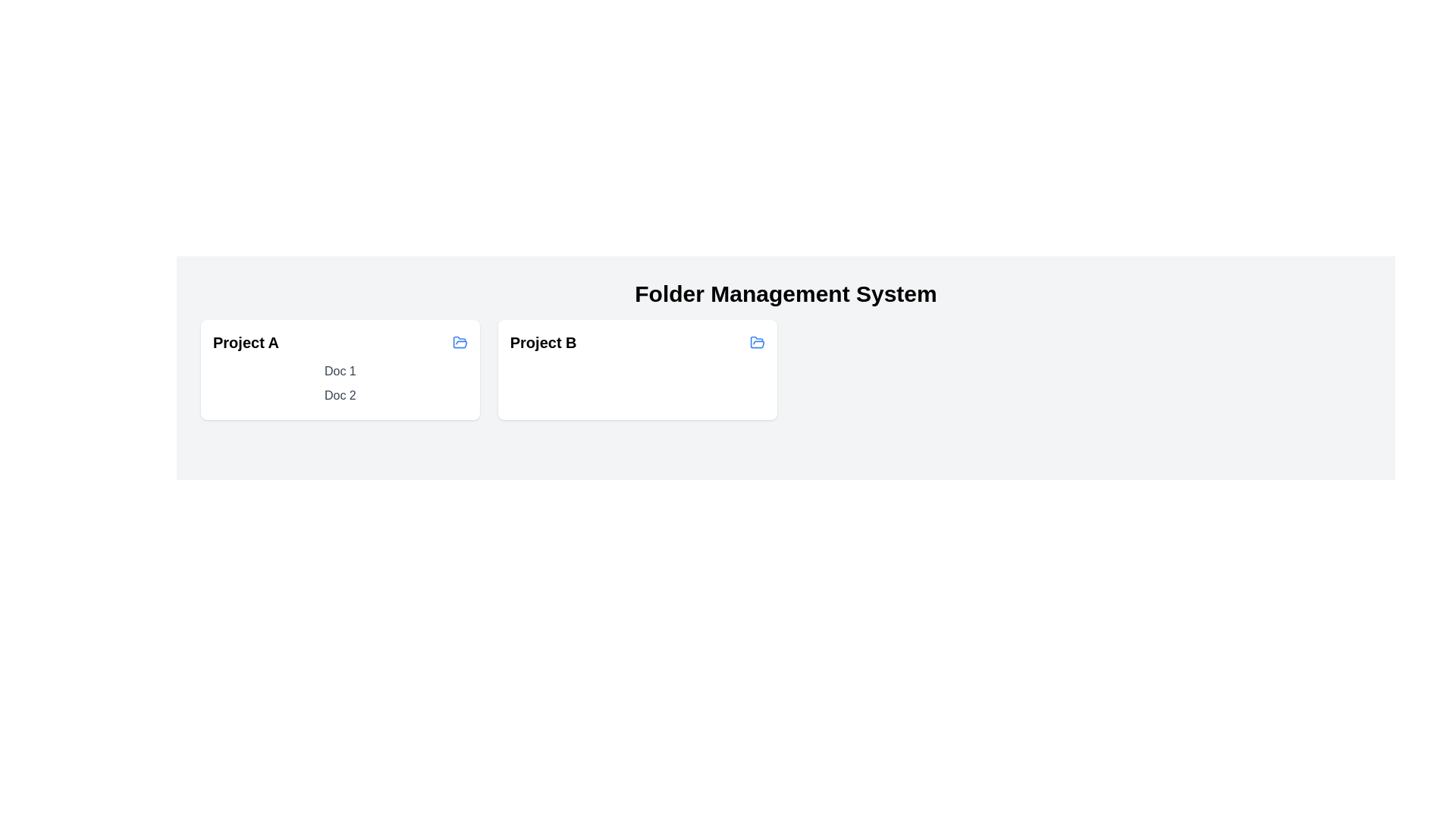 Image resolution: width=1456 pixels, height=819 pixels. What do you see at coordinates (637, 342) in the screenshot?
I see `the folder named Project B to highlight it` at bounding box center [637, 342].